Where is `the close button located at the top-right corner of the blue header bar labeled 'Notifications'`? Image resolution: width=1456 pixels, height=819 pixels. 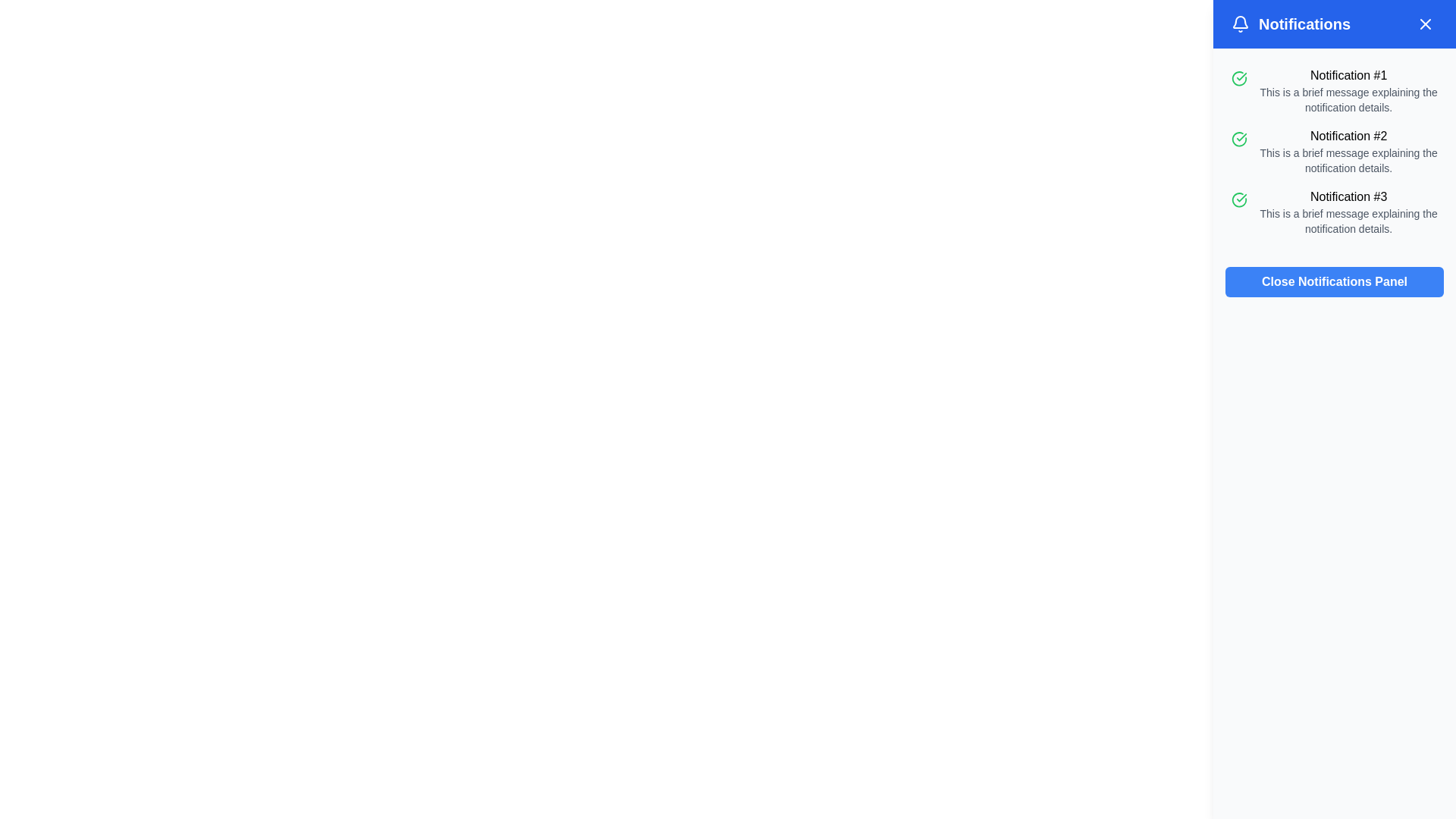 the close button located at the top-right corner of the blue header bar labeled 'Notifications' is located at coordinates (1425, 24).